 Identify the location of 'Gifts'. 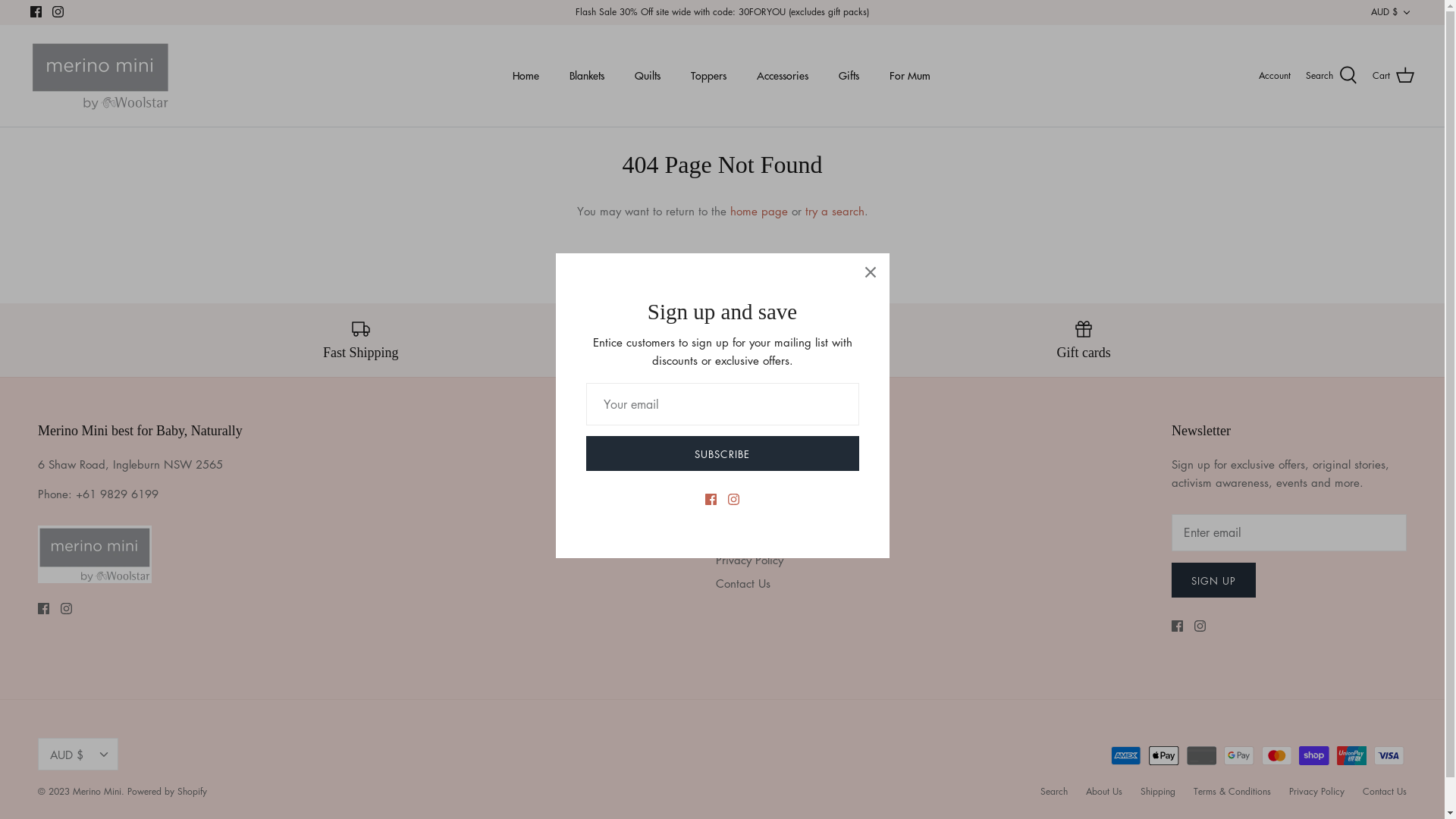
(848, 75).